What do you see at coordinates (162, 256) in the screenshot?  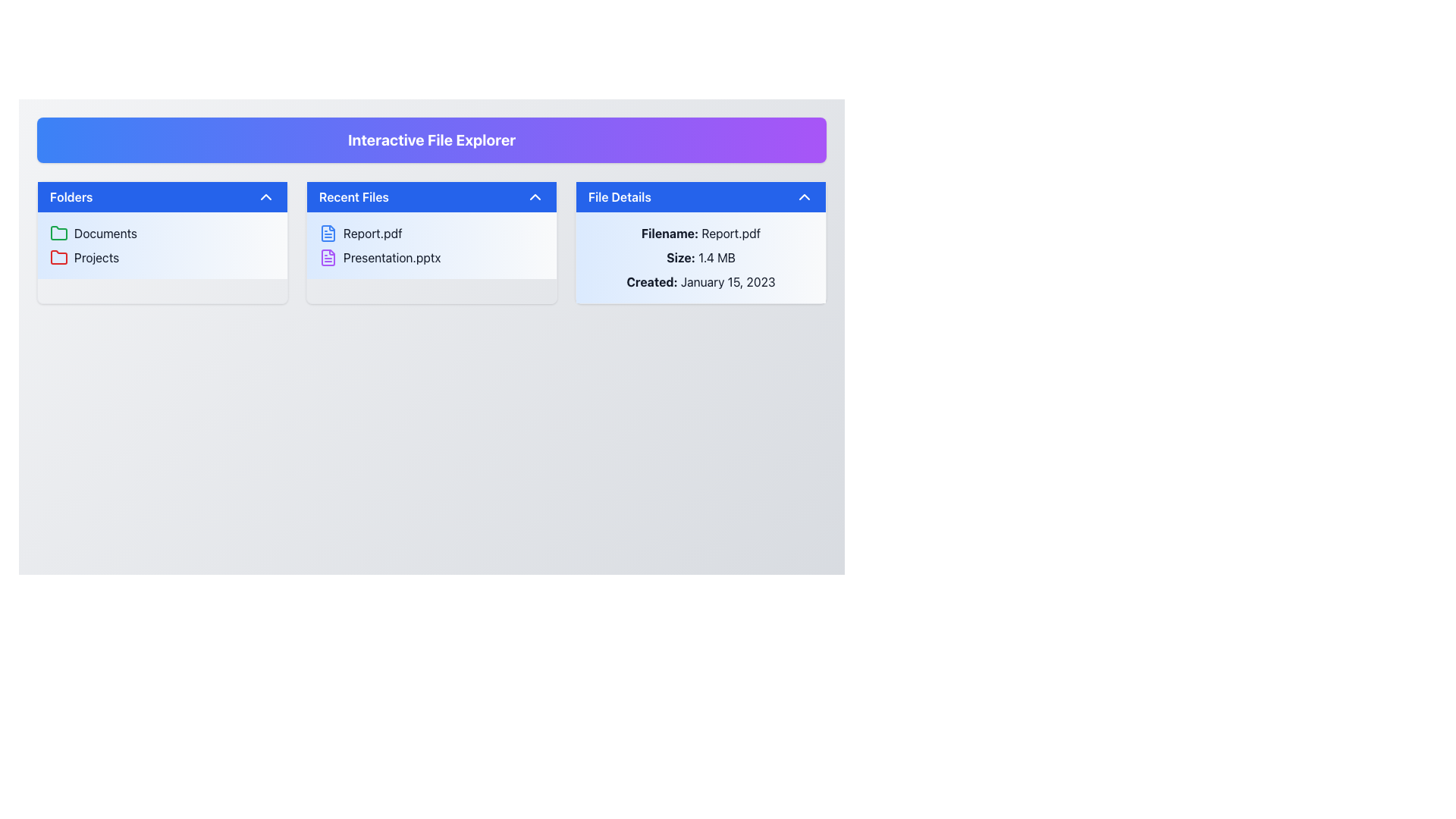 I see `the selectable folder labeled 'Projects' in the file explorer` at bounding box center [162, 256].